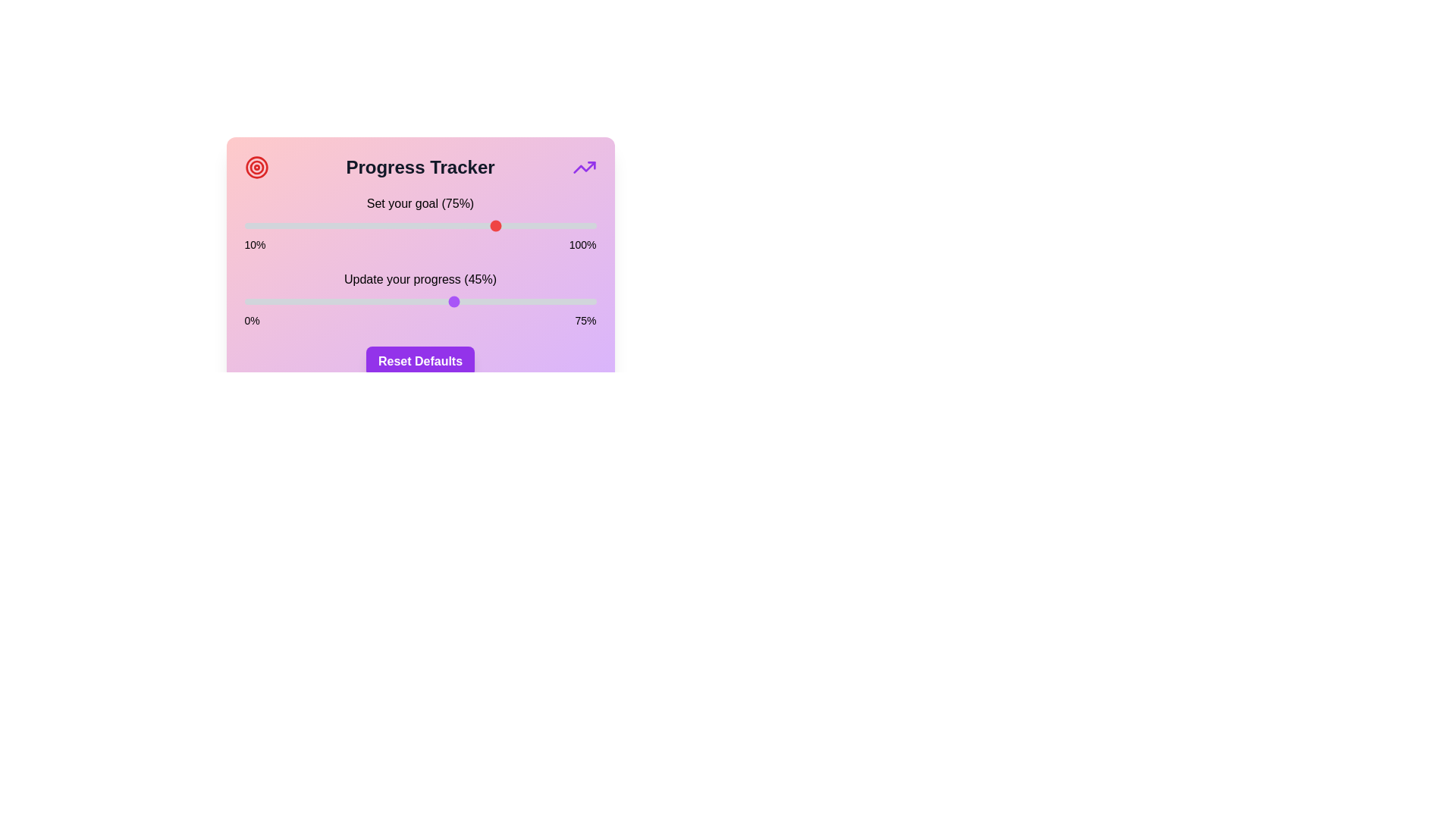 Image resolution: width=1456 pixels, height=819 pixels. What do you see at coordinates (502, 225) in the screenshot?
I see `the 'Set your goal' slider to 76%` at bounding box center [502, 225].